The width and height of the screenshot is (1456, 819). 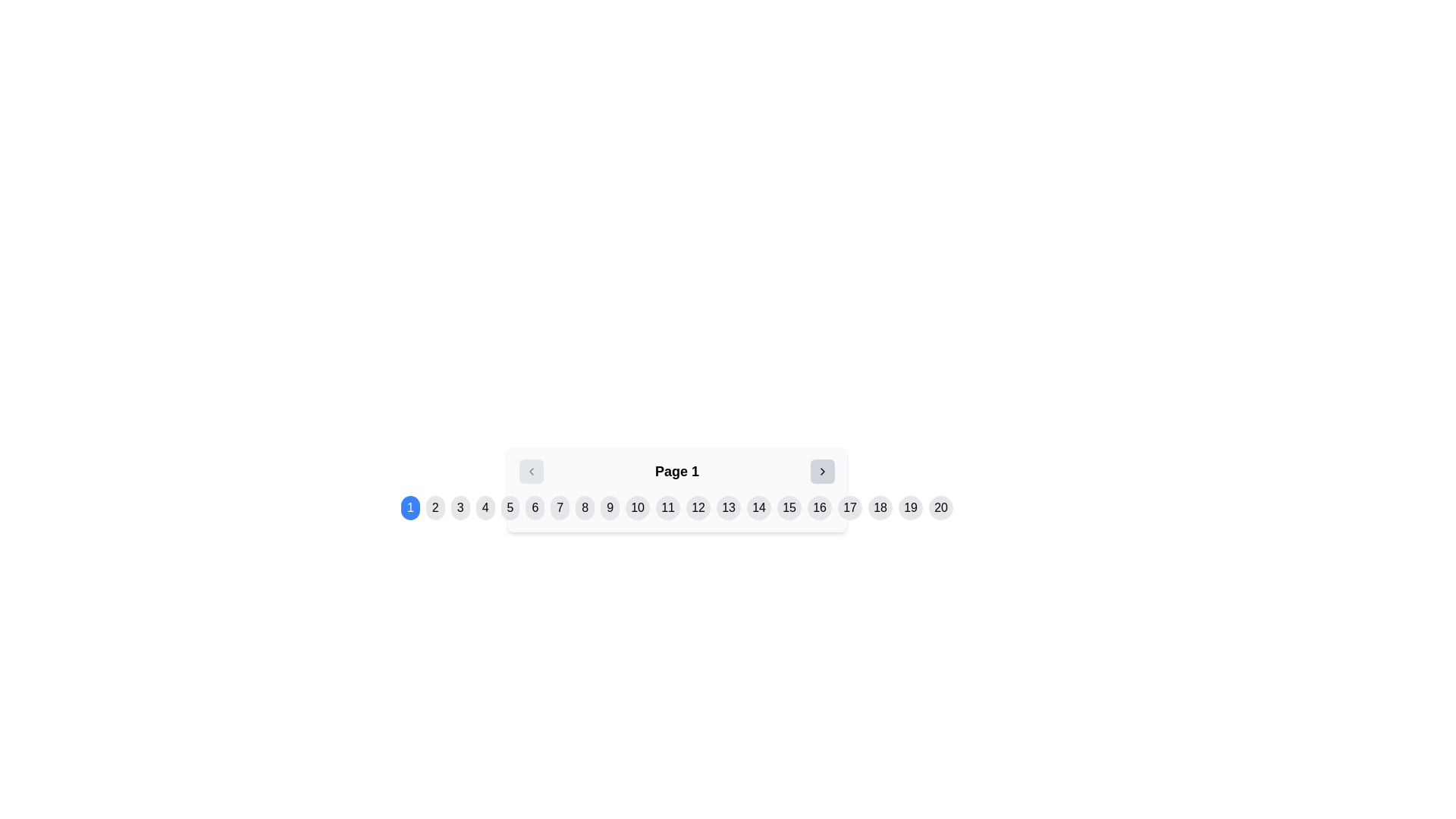 What do you see at coordinates (821, 470) in the screenshot?
I see `the pagination control button located to the right of the current page label ('Page 1')` at bounding box center [821, 470].